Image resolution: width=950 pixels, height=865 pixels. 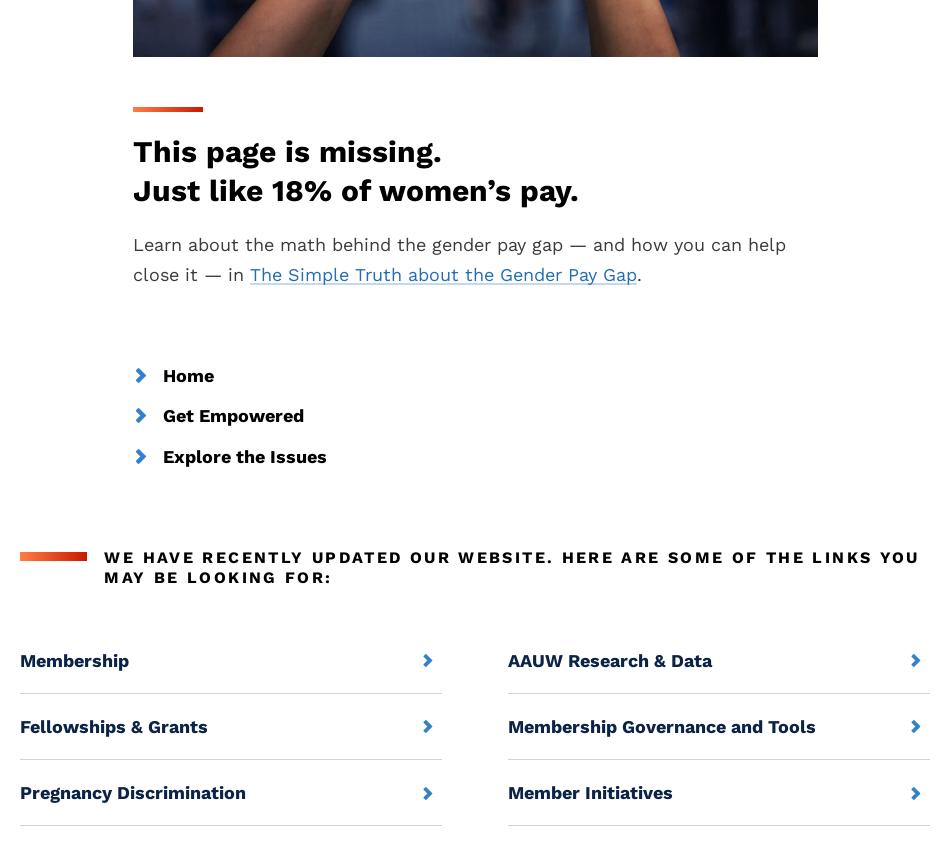 What do you see at coordinates (232, 415) in the screenshot?
I see `'Get Empowered'` at bounding box center [232, 415].